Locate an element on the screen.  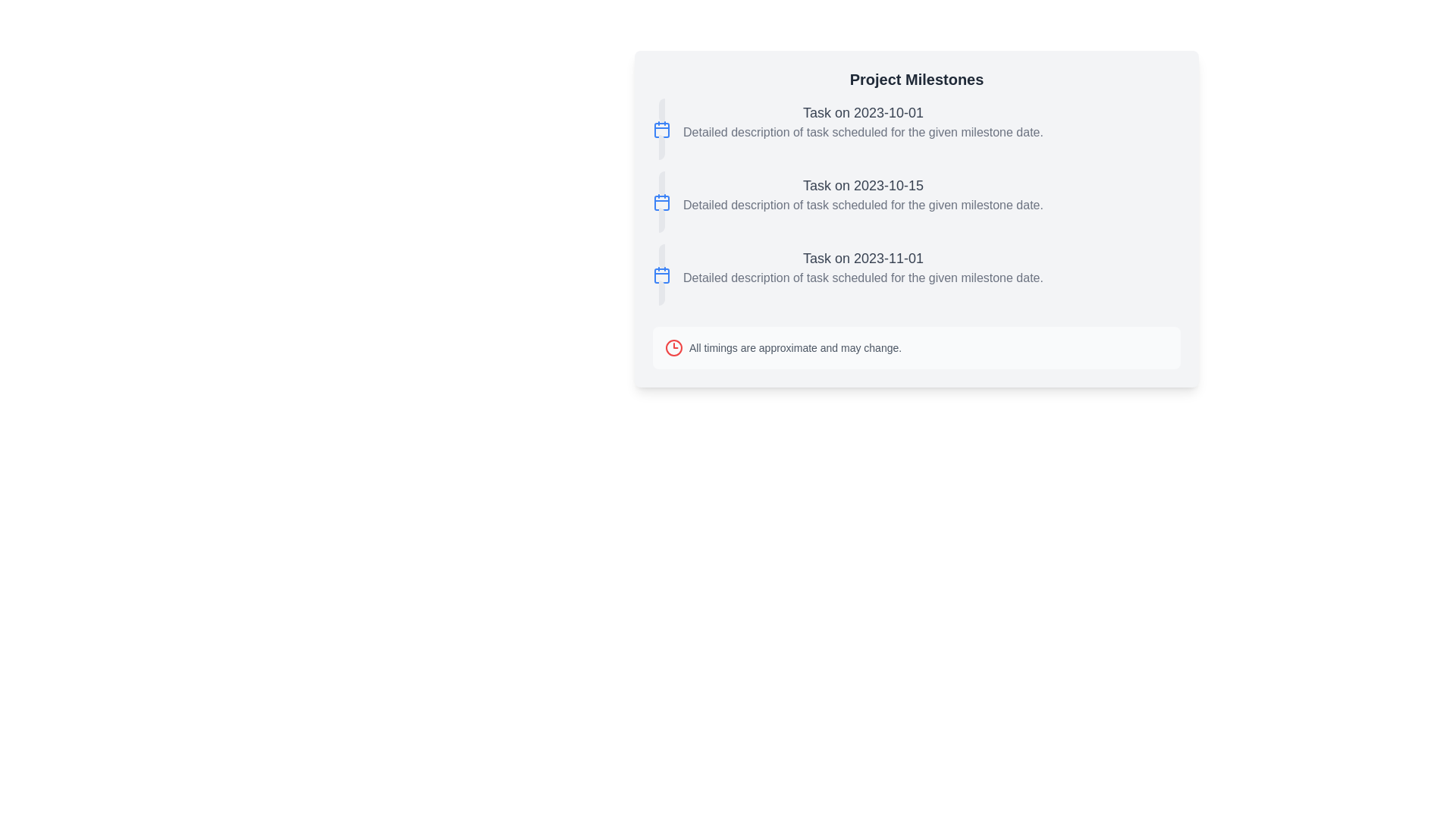
the descriptive Text label element located below the 'Task on 2023-11-01' milestone task for accessibility purposes is located at coordinates (863, 278).